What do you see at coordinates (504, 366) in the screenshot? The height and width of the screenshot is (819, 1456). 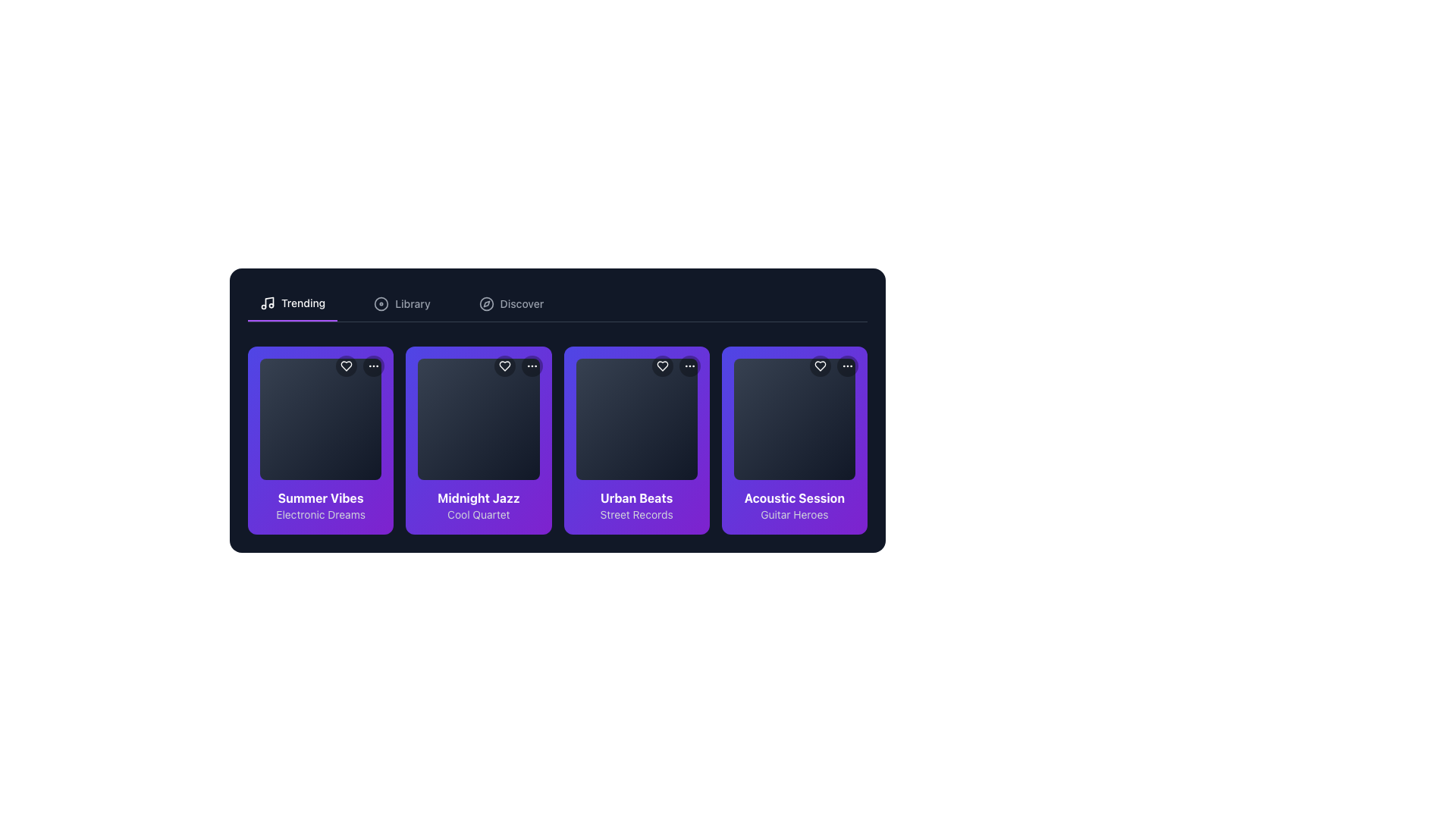 I see `the 'like' button located at the top right corner of the 'Midnight Jazz' card` at bounding box center [504, 366].